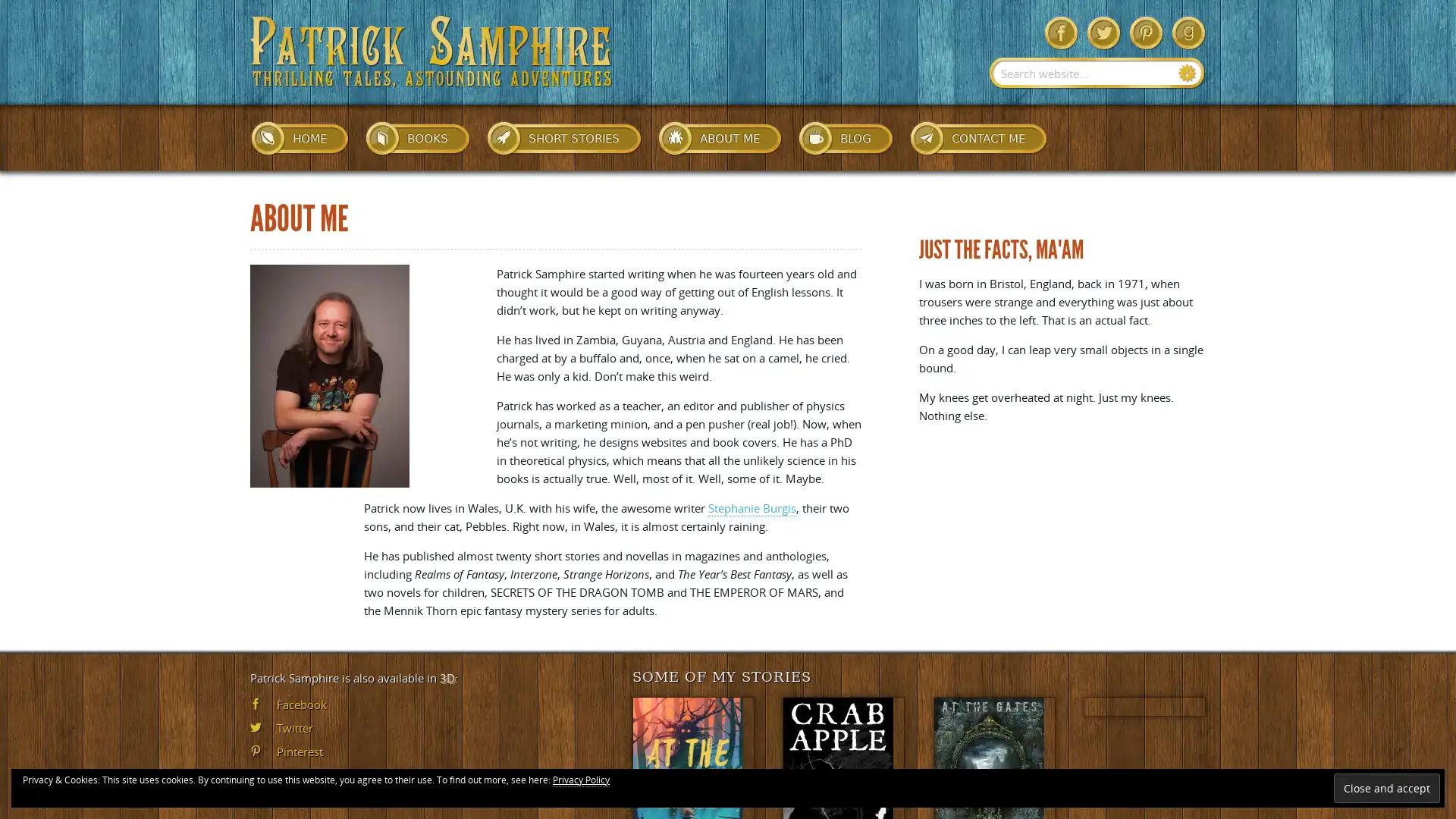 The width and height of the screenshot is (1456, 819). I want to click on Close and accept, so click(1386, 787).